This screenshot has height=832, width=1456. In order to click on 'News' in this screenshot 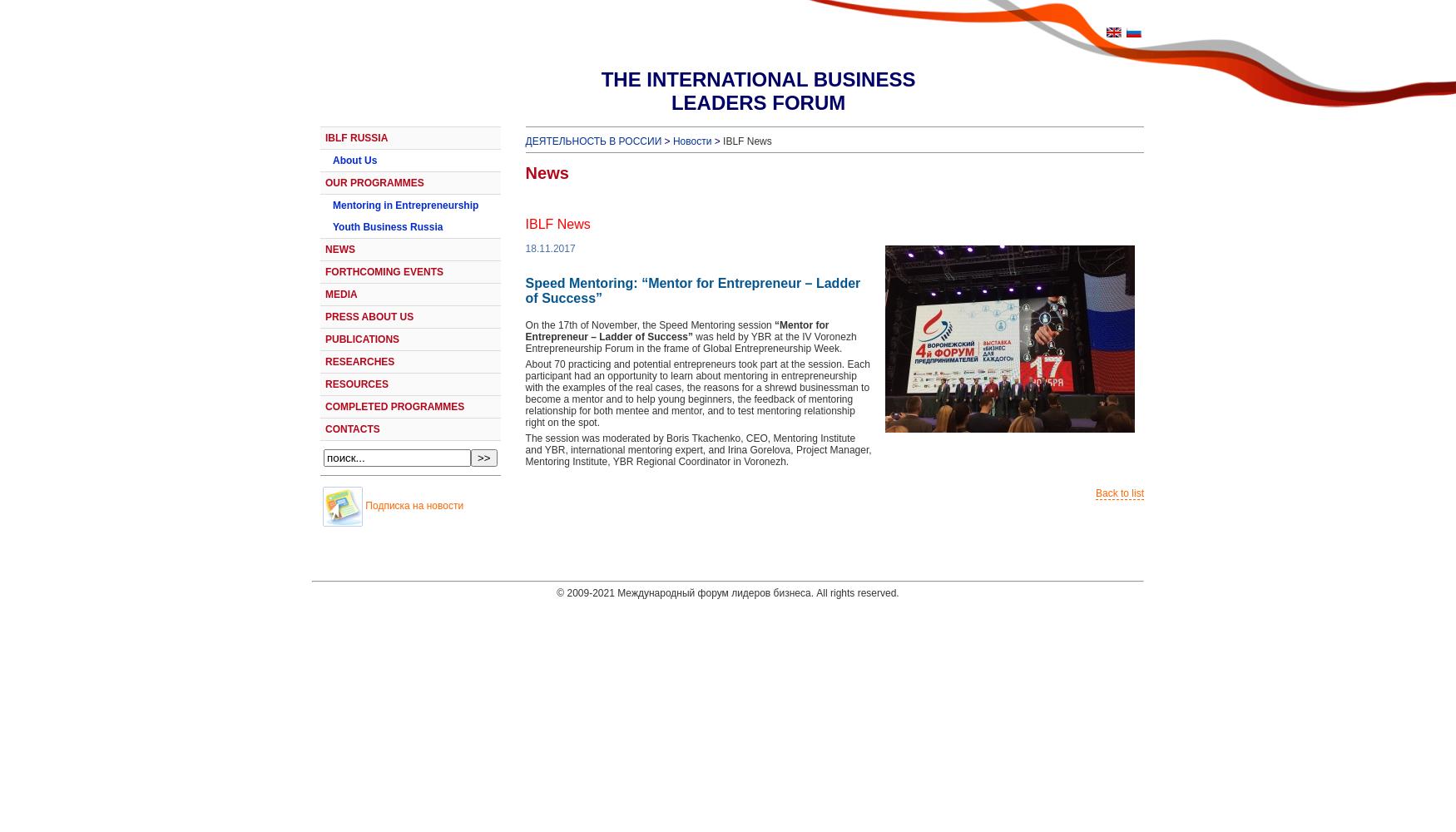, I will do `click(545, 172)`.